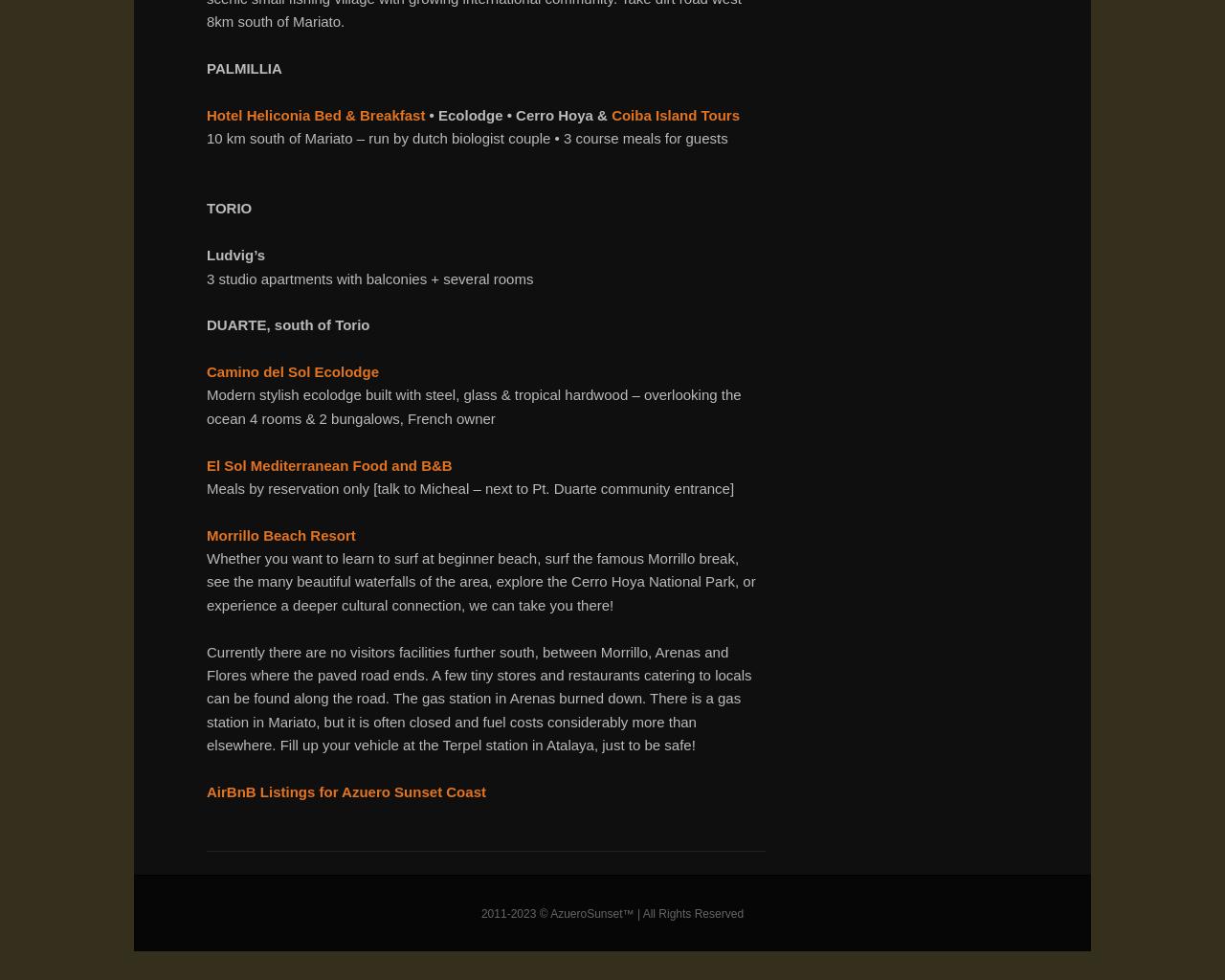 This screenshot has height=980, width=1225. Describe the element at coordinates (230, 207) in the screenshot. I see `'TORIO'` at that location.